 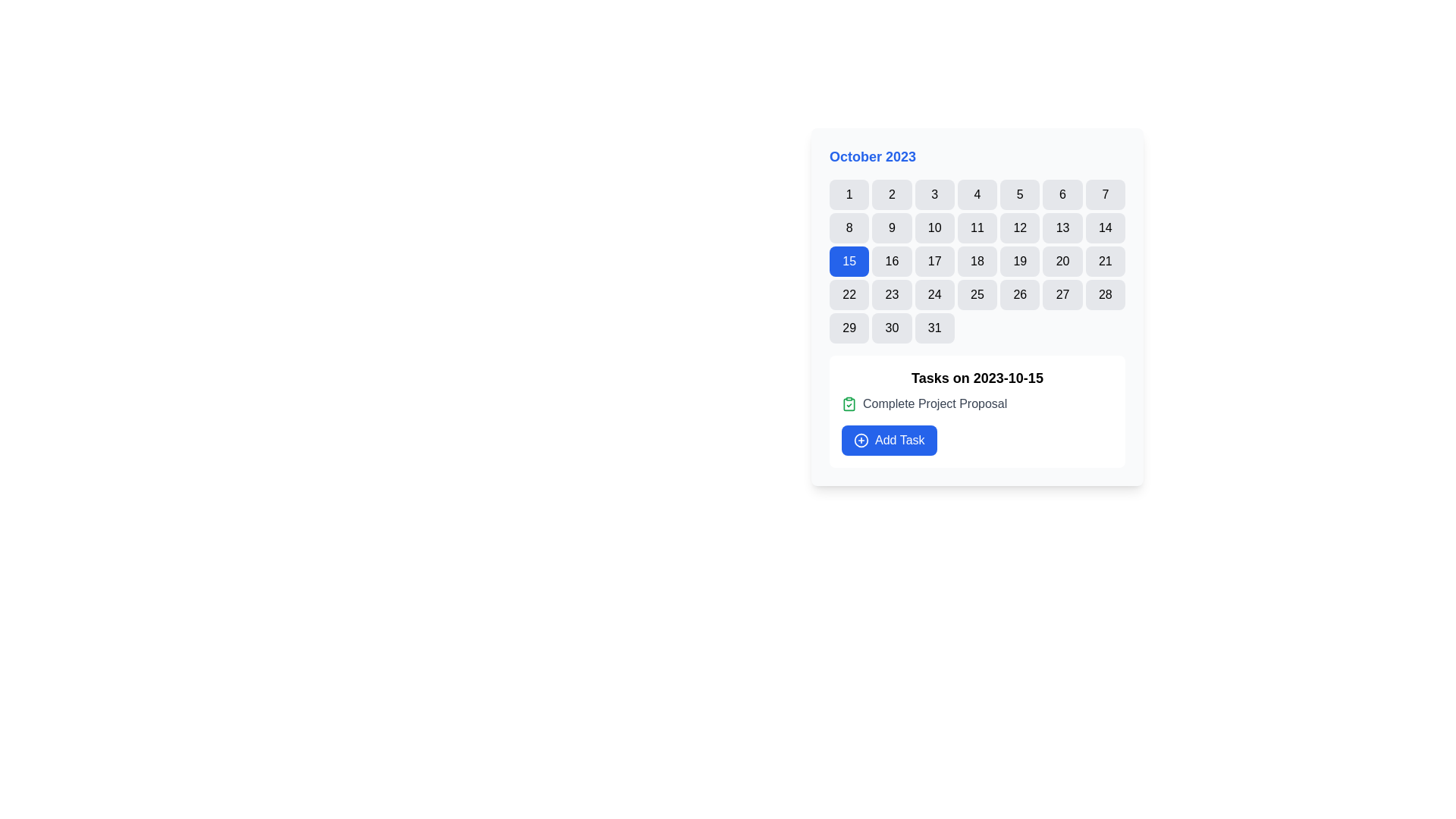 I want to click on the button displaying the number '5' in a calendar grid, so click(x=1020, y=194).